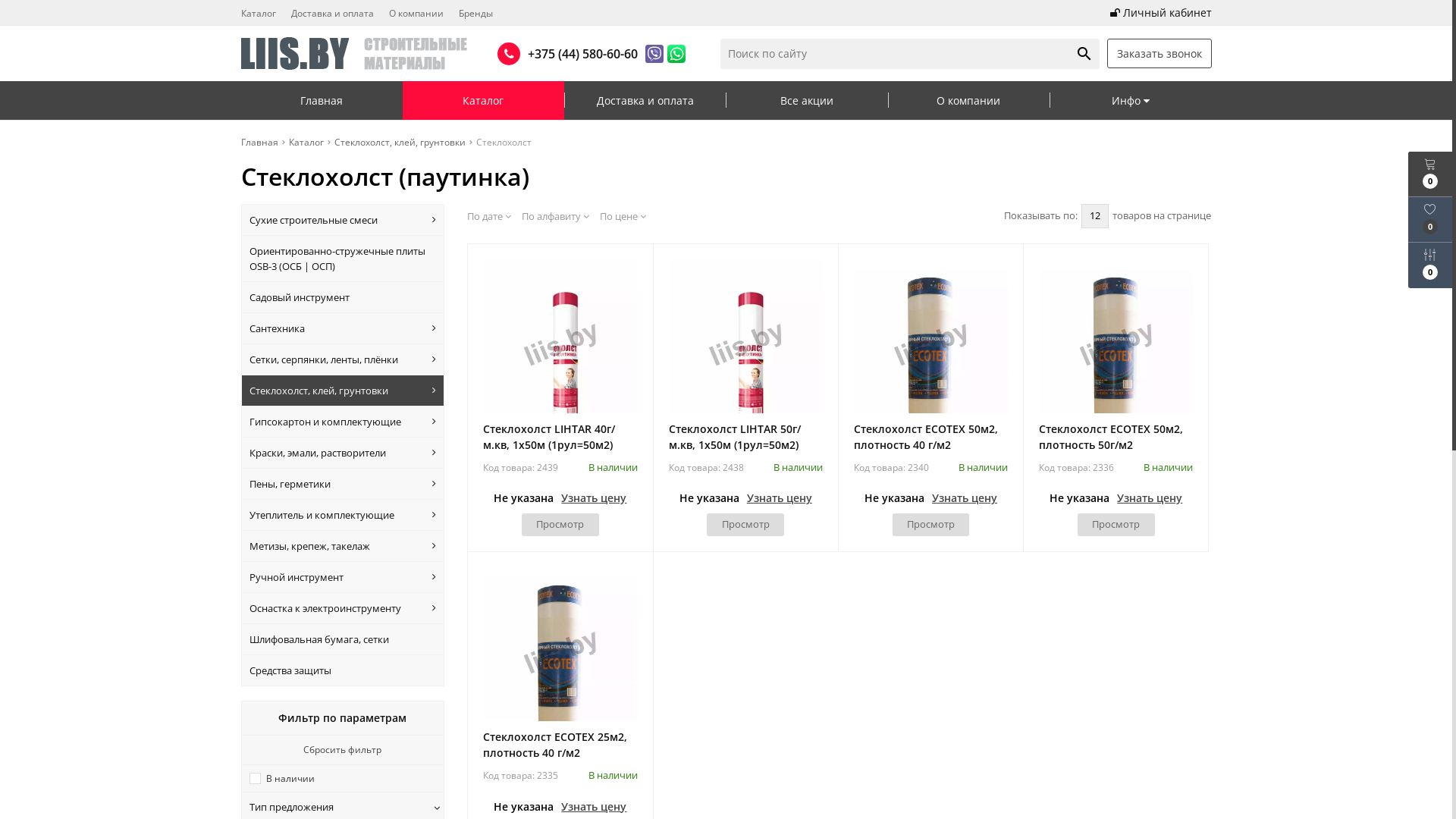  Describe the element at coordinates (578, 52) in the screenshot. I see `'+375 (44) 580-60-60'` at that location.